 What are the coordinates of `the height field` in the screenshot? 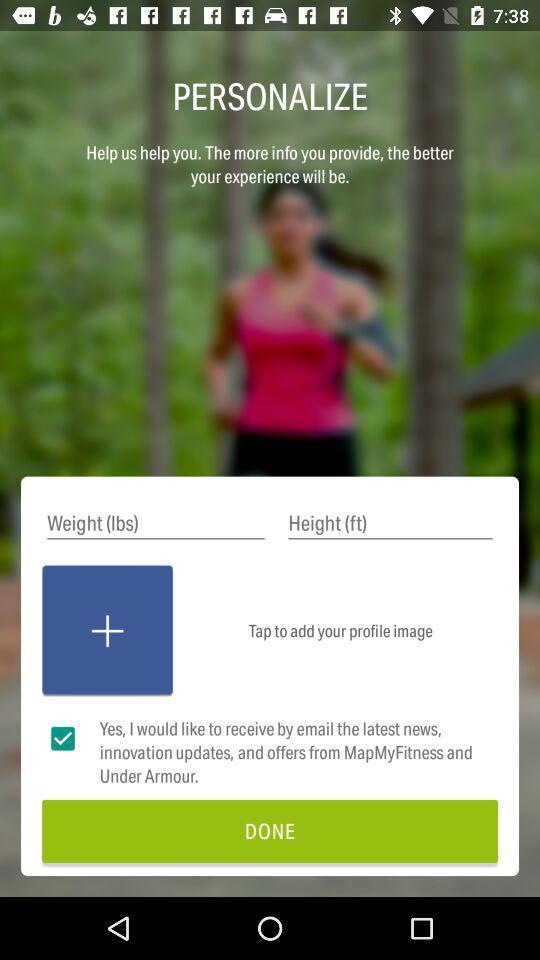 It's located at (390, 522).